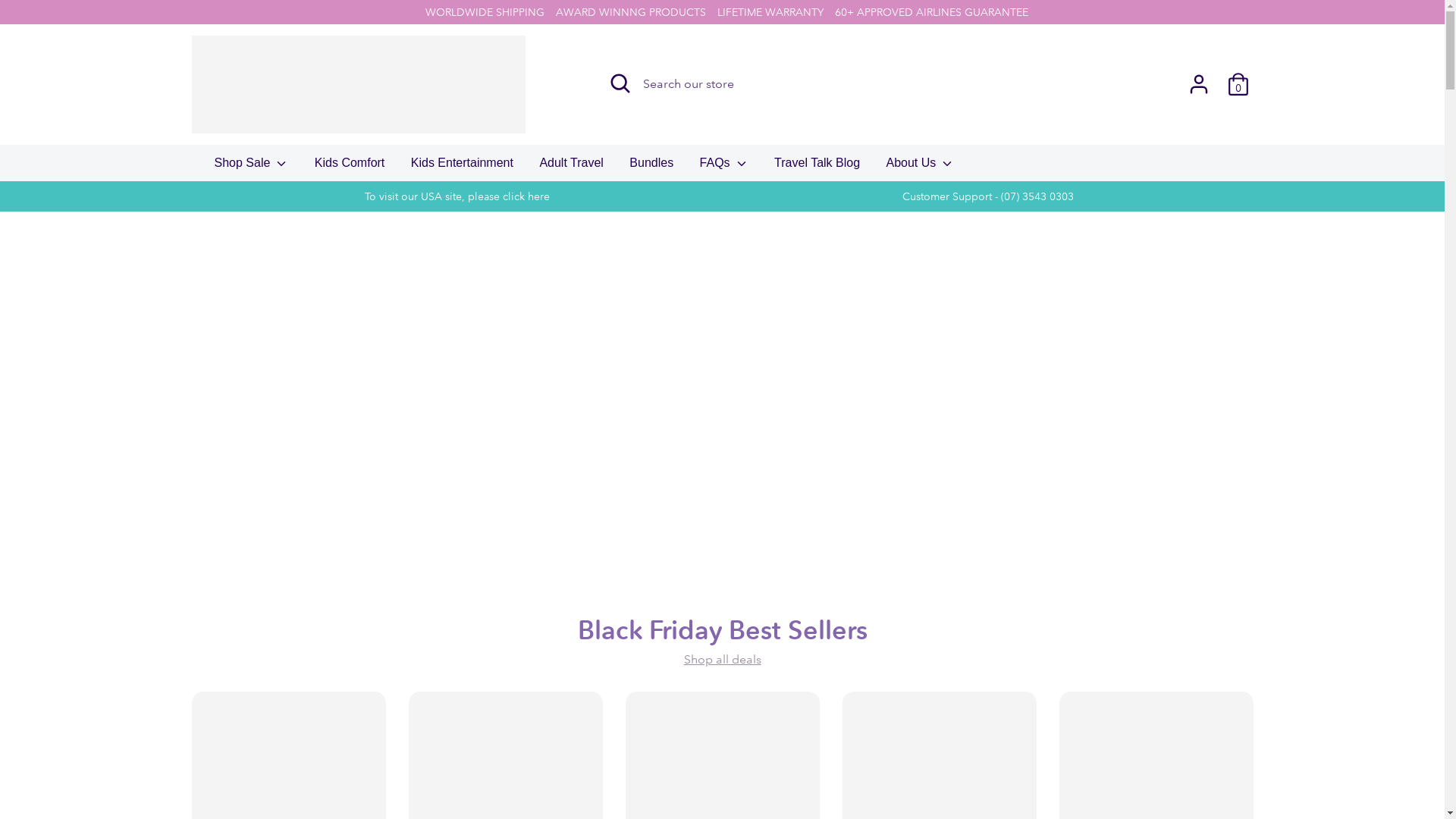 The image size is (1456, 819). I want to click on '0', so click(1238, 84).